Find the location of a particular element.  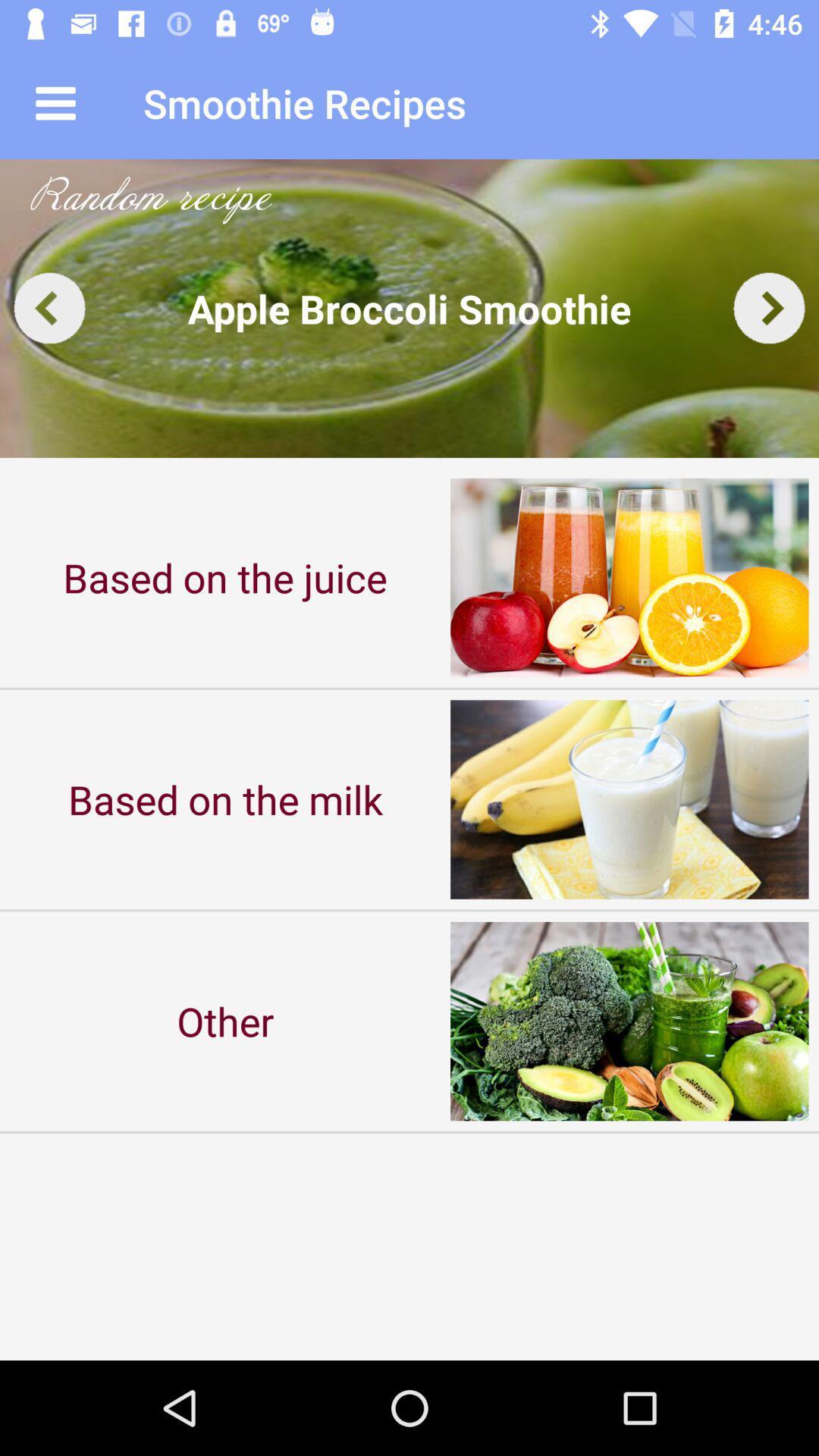

the visibility icon is located at coordinates (769, 307).